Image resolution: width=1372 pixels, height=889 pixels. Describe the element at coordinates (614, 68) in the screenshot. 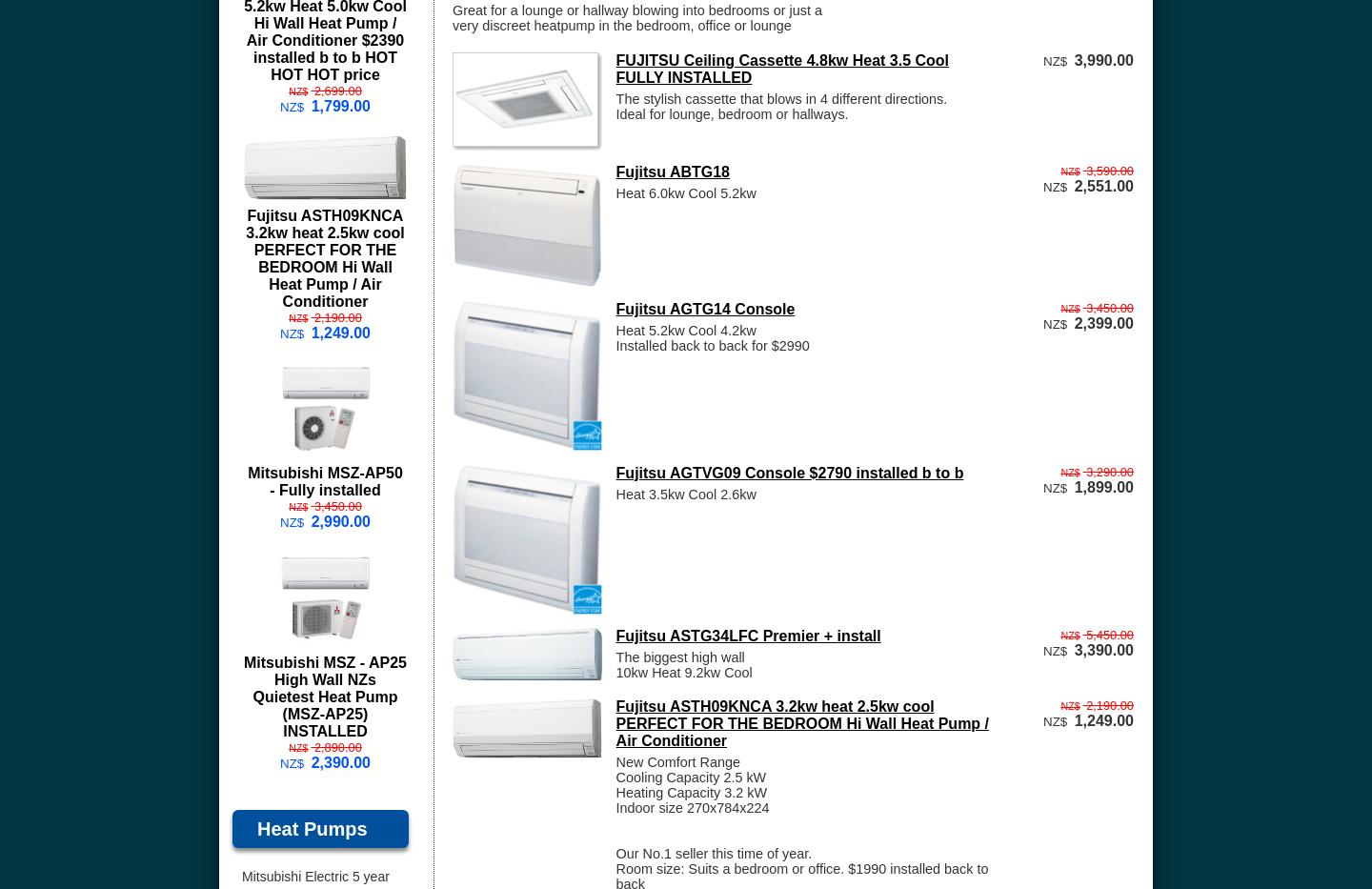

I see `'FUJITSU Ceiling Cassette 4.8kw Heat 3.5 Cool FULLY INSTALLED'` at that location.